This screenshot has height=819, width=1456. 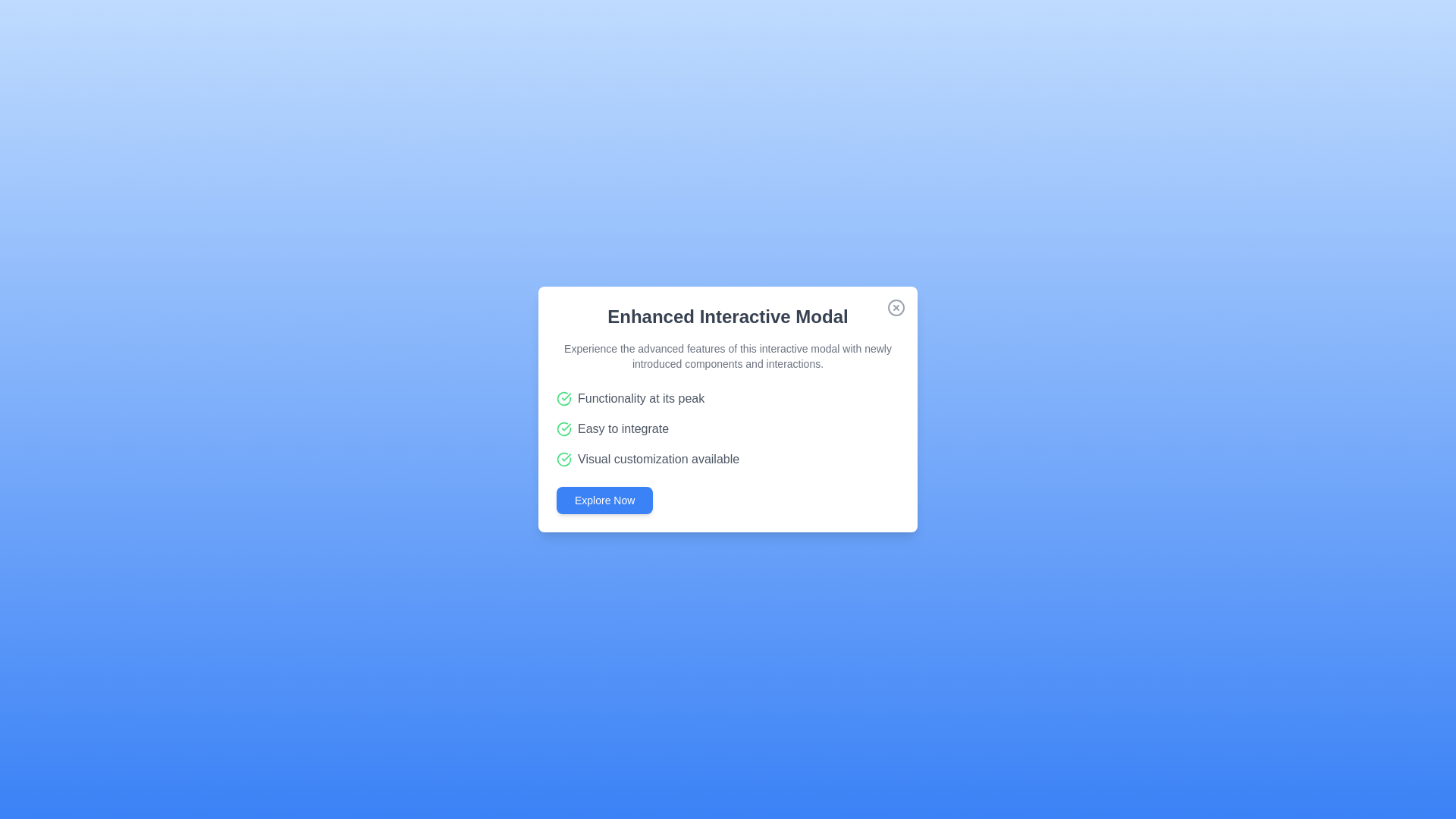 I want to click on the text block that summarizes the features of the interactive modal, styled with a small gray font and located below the title 'Enhanced Interactive Modal.', so click(x=728, y=356).